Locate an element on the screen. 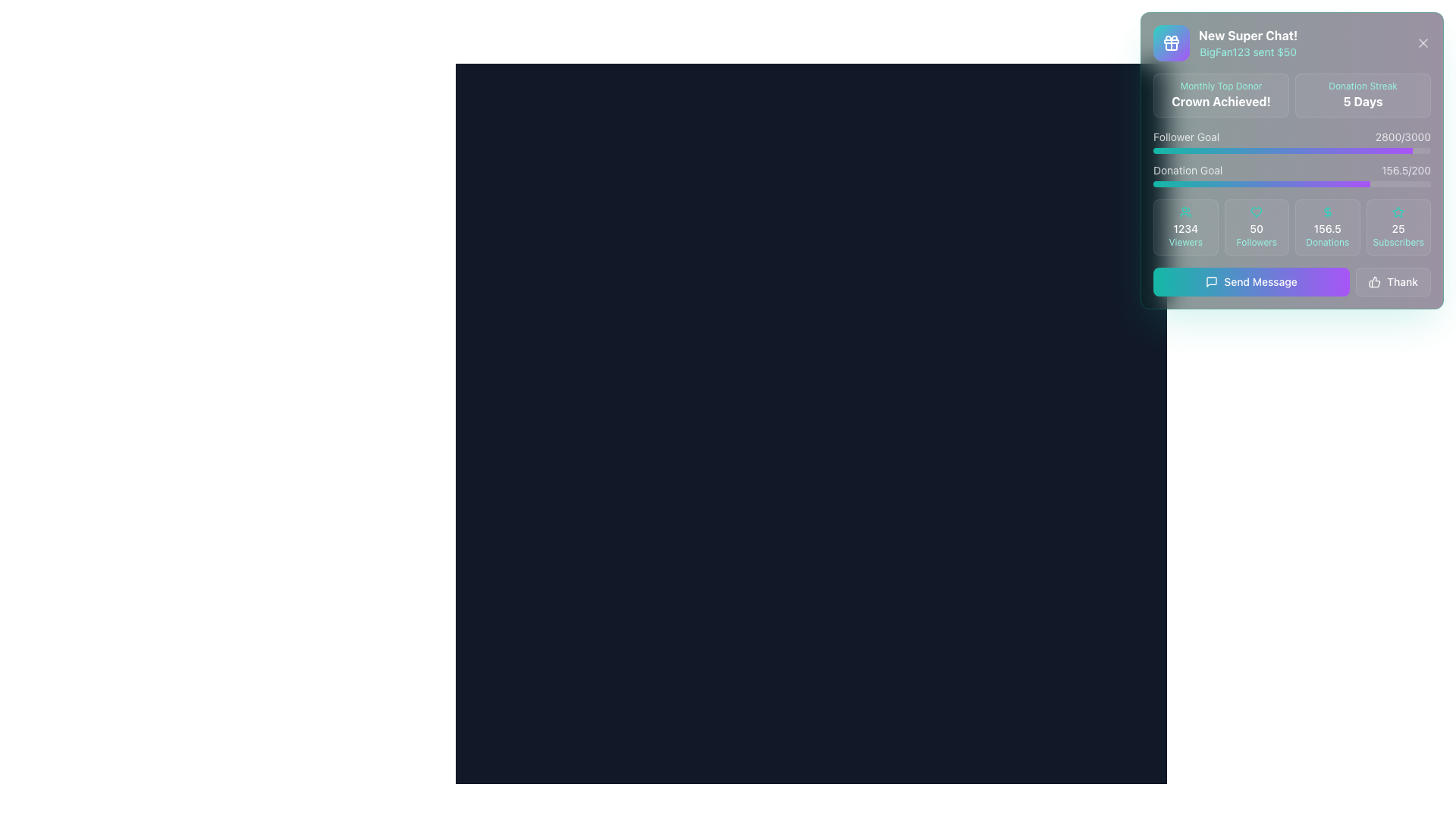 Image resolution: width=1456 pixels, height=819 pixels. the displayed information on the Informational Card showing '50 Followers', which is the second card in a grid layout, positioned between '1234 Viewers' and '156.5 Donations' is located at coordinates (1257, 227).